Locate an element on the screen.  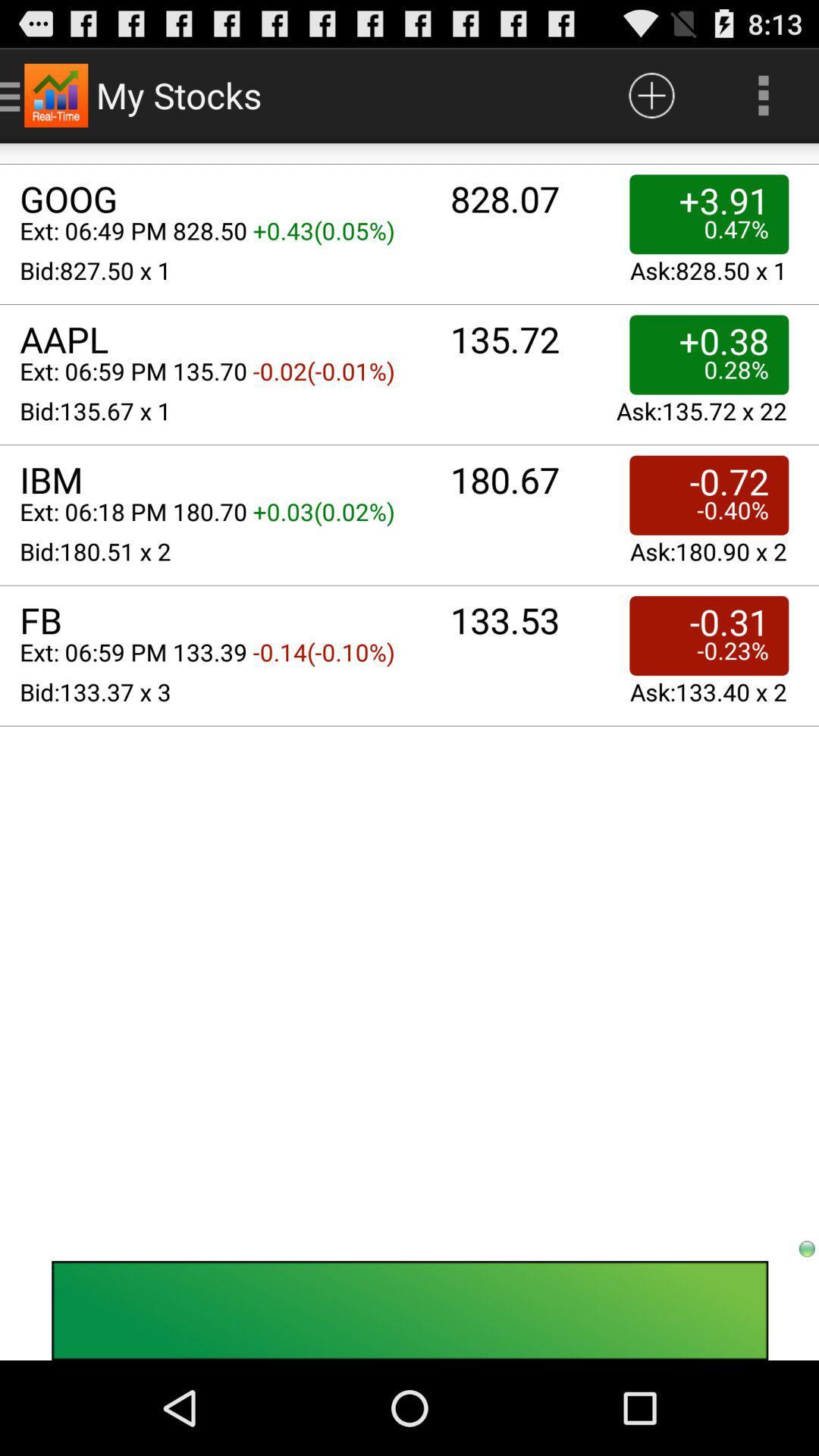
the item at the bottom is located at coordinates (409, 1310).